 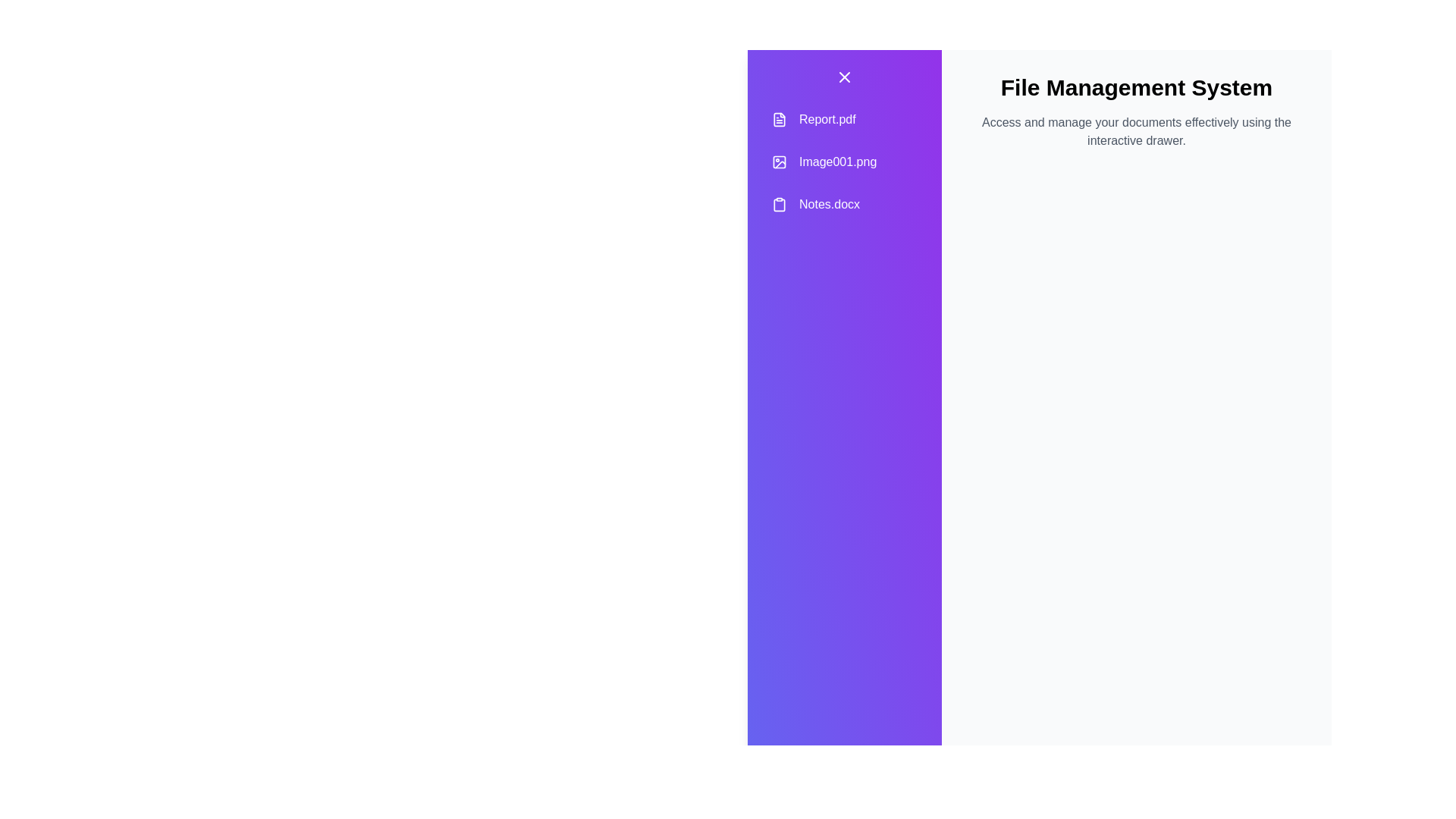 I want to click on the document name Image001.png to select or highlight it, so click(x=843, y=162).